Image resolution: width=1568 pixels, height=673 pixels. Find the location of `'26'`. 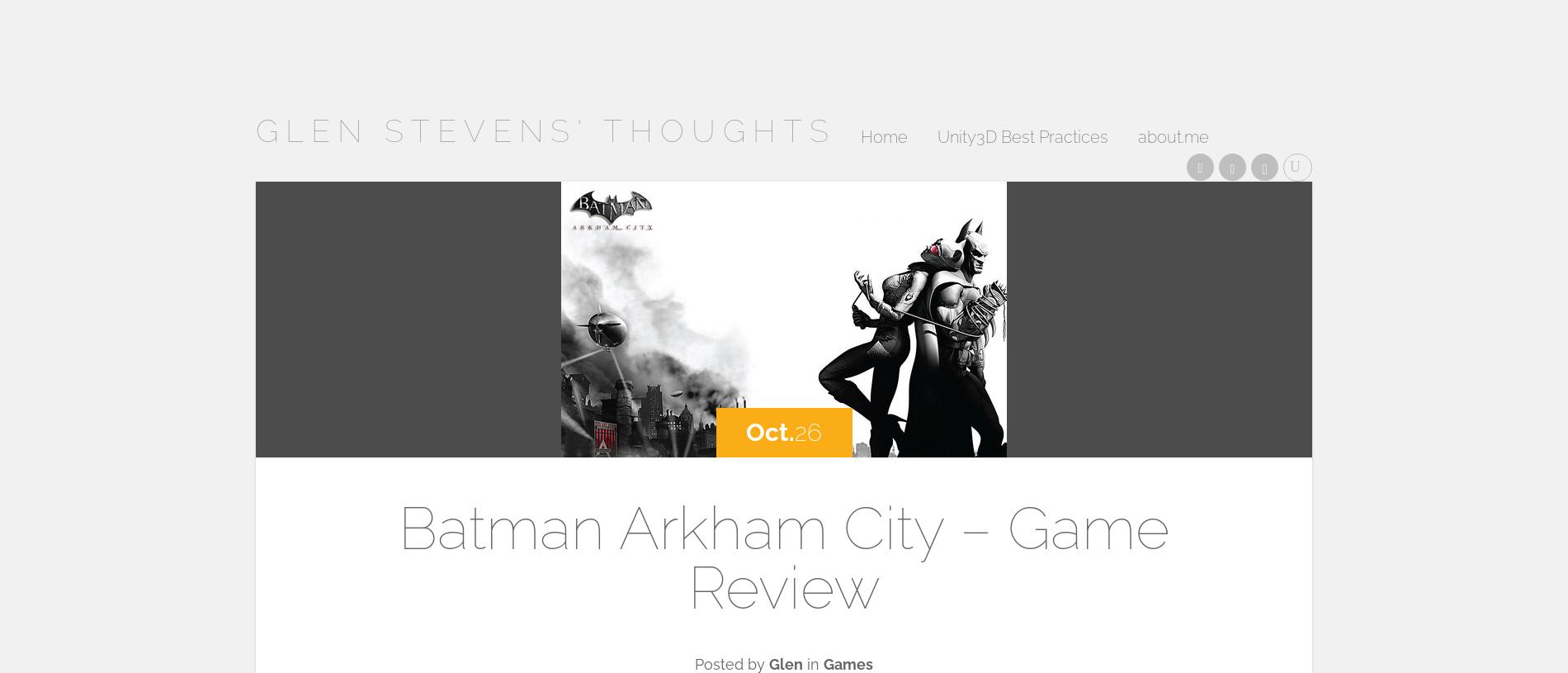

'26' is located at coordinates (794, 432).